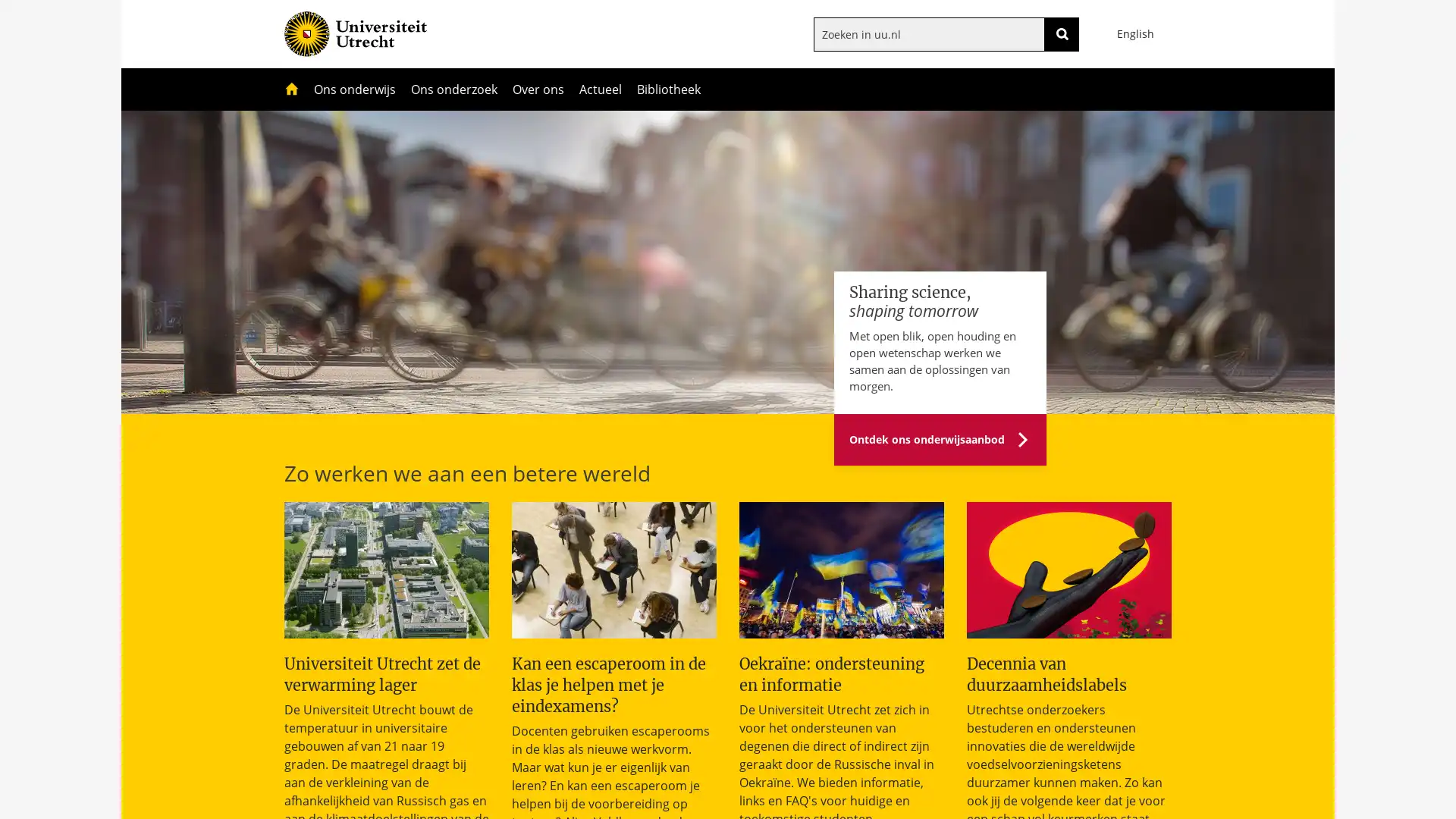  I want to click on ZOEKEN, so click(1061, 33).